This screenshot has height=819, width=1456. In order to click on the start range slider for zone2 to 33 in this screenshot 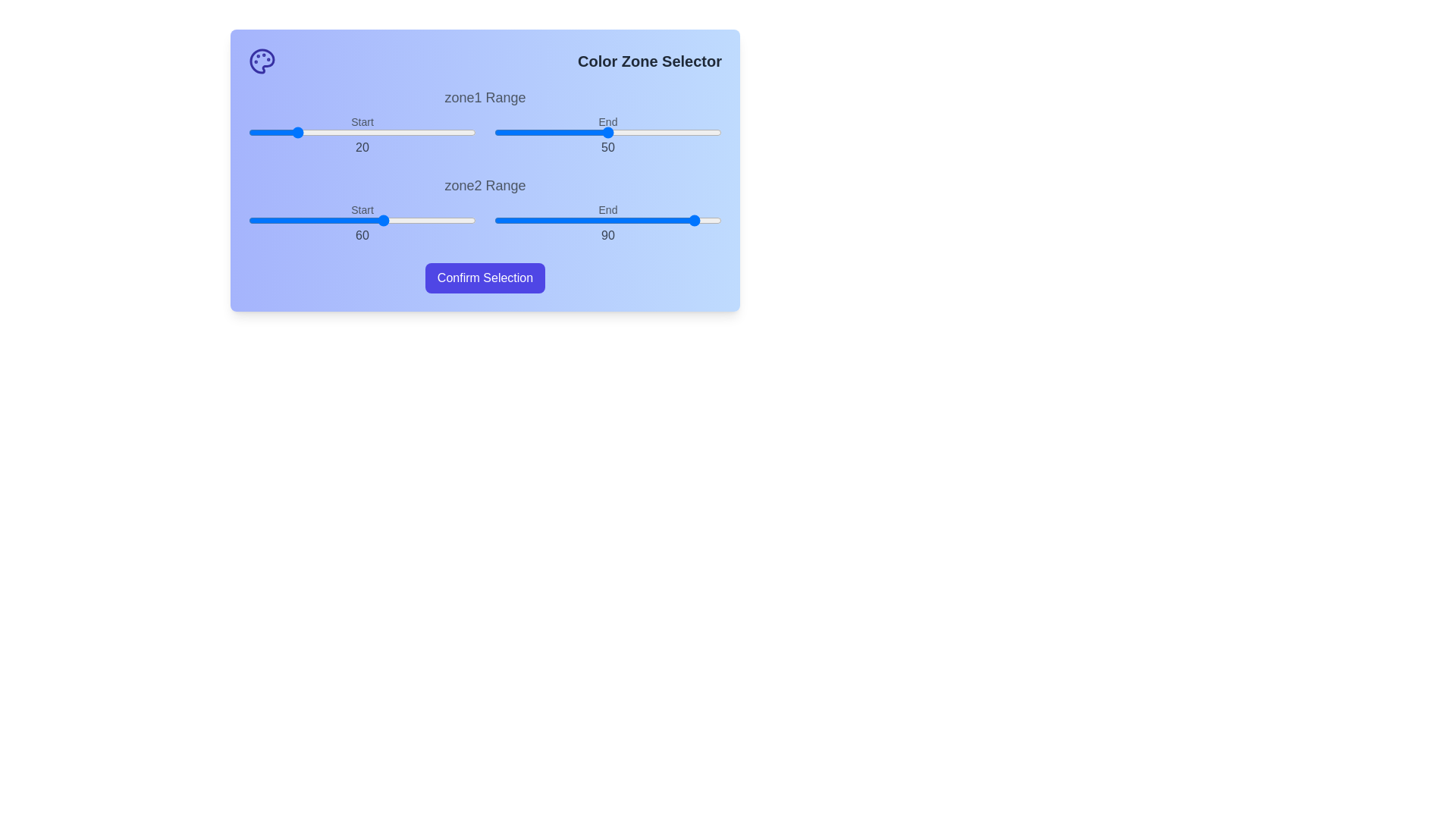, I will do `click(323, 220)`.